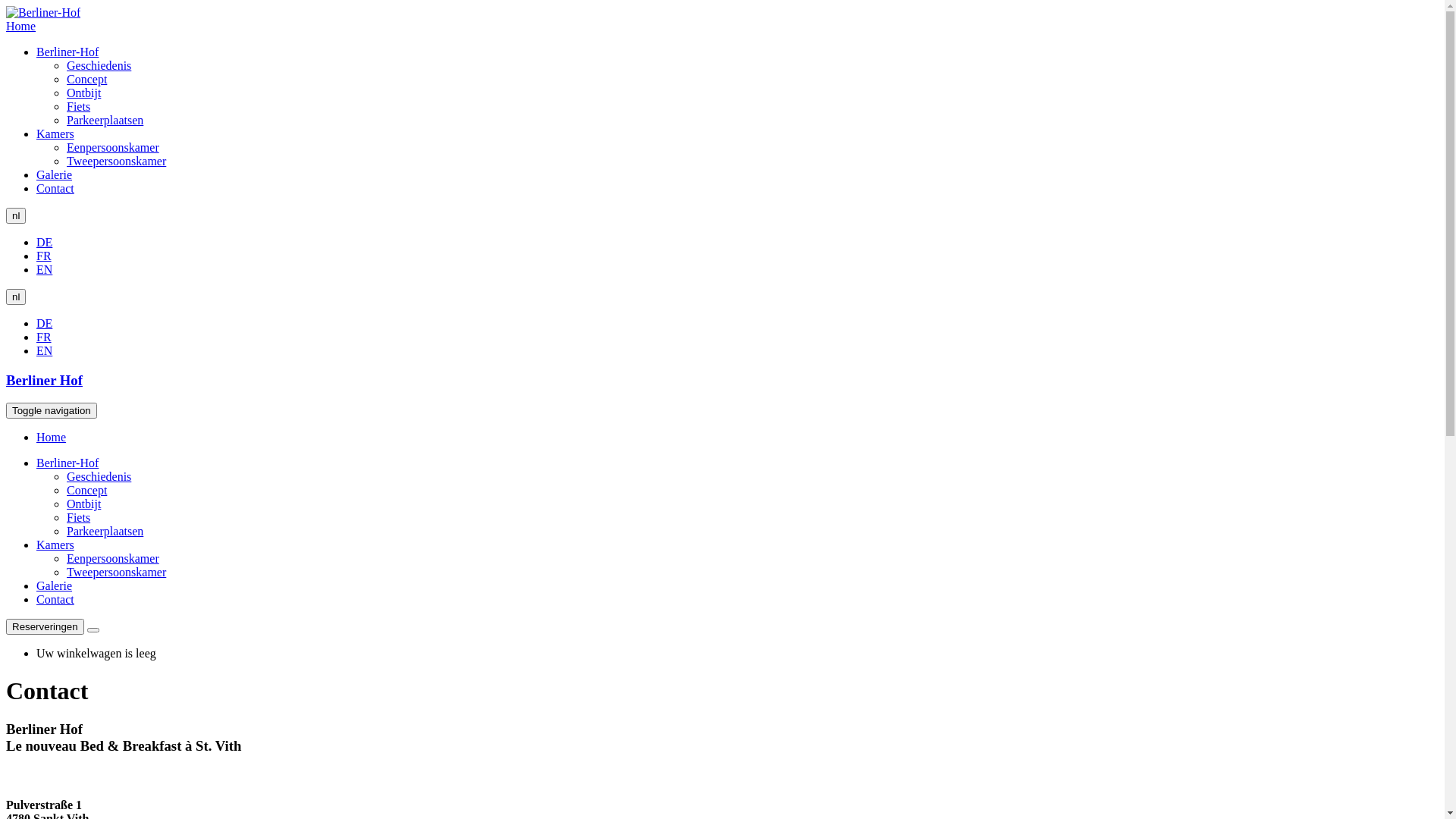 This screenshot has width=1456, height=819. I want to click on 'Eenpersoonskamer', so click(111, 147).